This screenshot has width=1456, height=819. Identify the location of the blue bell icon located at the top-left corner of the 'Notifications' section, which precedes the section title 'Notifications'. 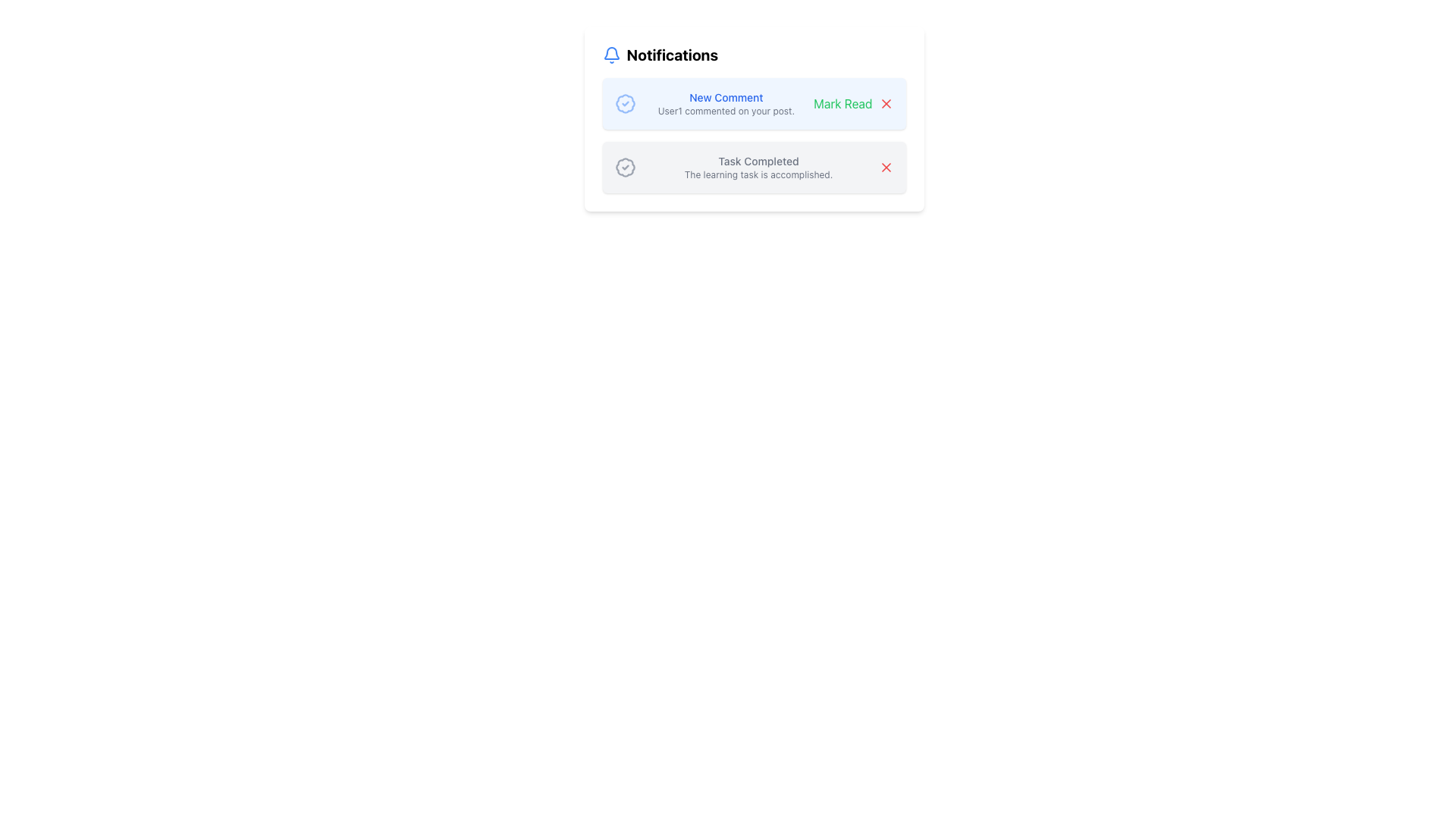
(611, 55).